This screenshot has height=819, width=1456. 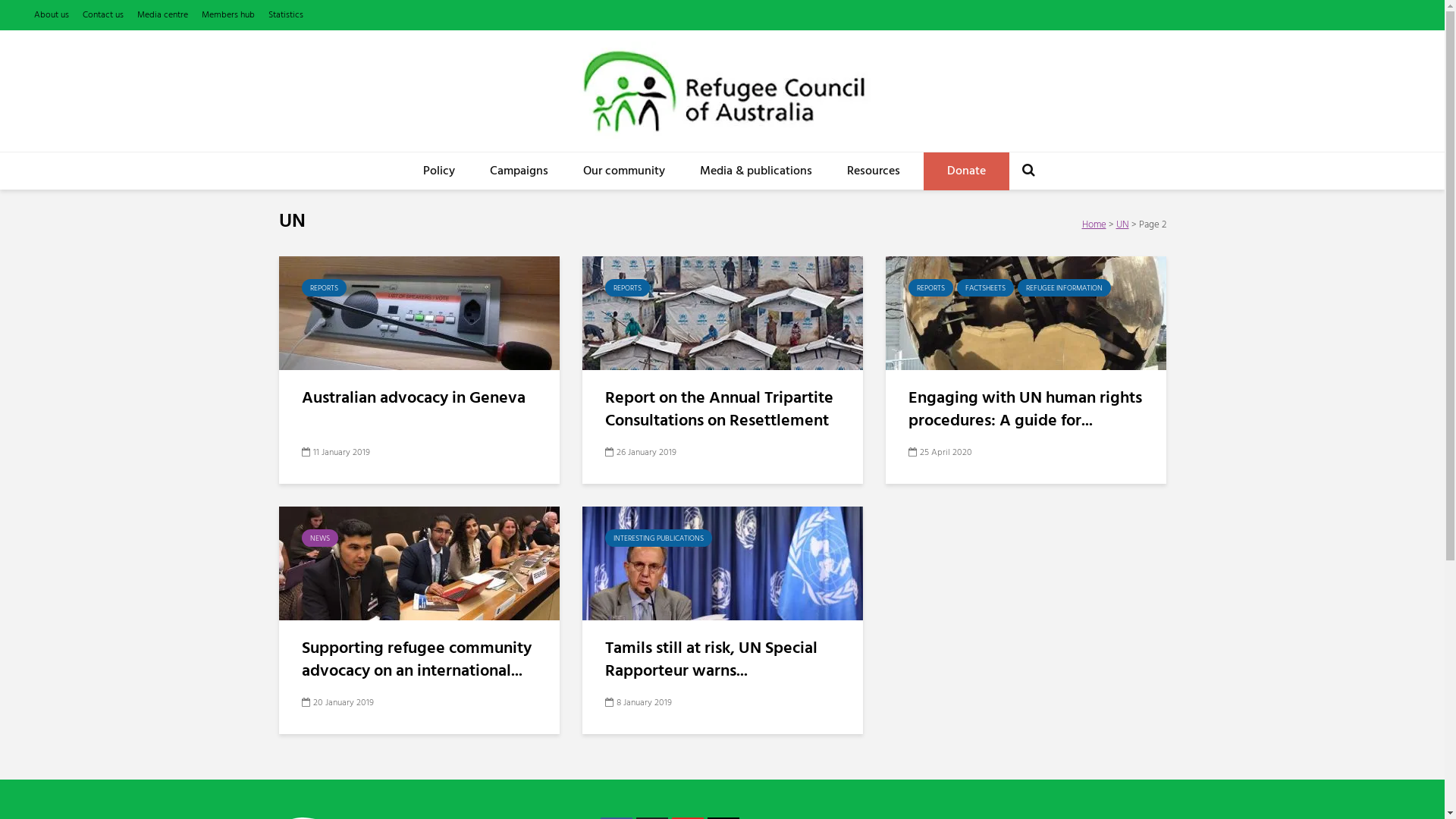 What do you see at coordinates (956, 287) in the screenshot?
I see `'FACTSHEETS'` at bounding box center [956, 287].